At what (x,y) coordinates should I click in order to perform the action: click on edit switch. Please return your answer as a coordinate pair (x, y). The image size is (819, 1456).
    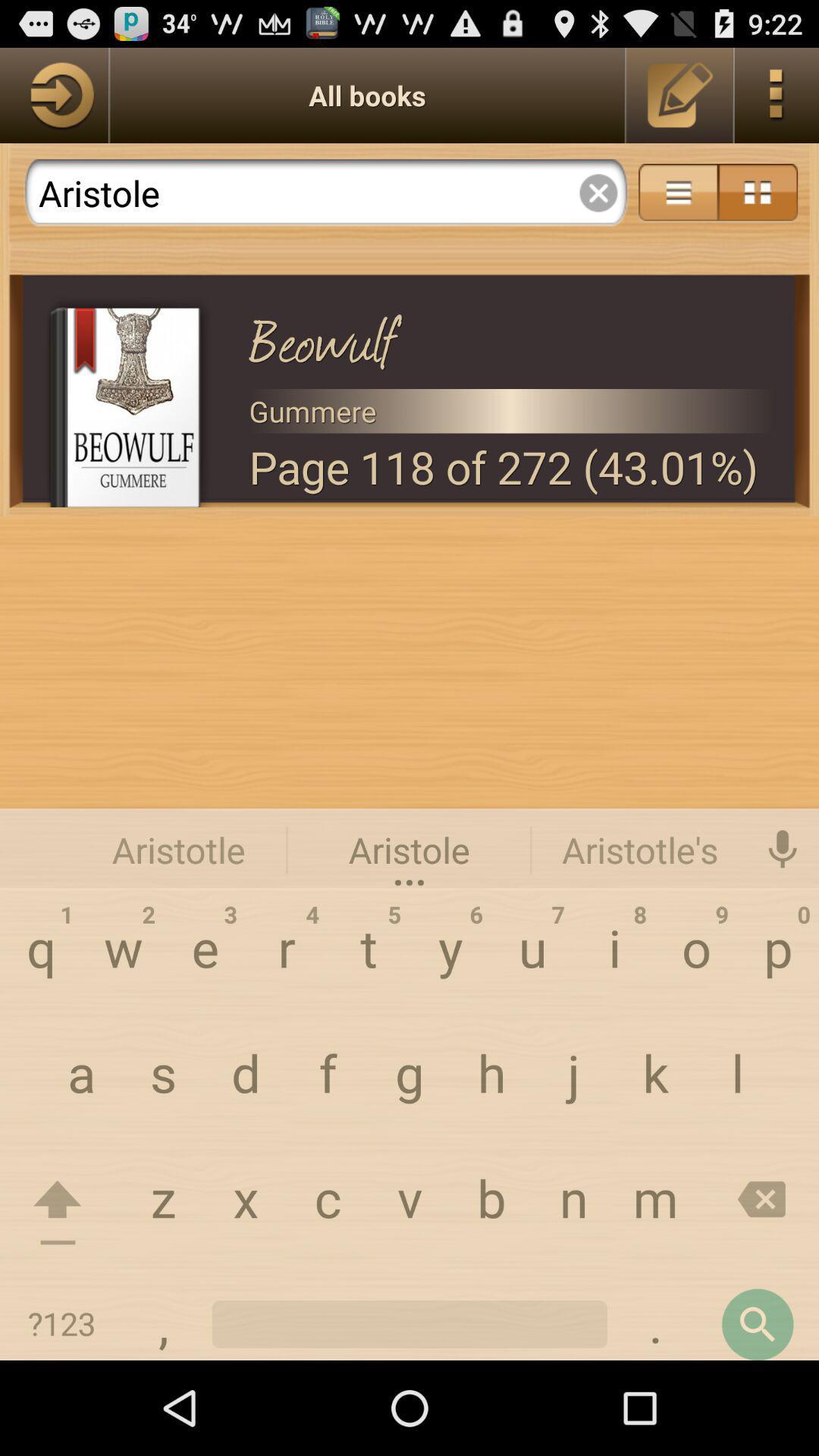
    Looking at the image, I should click on (679, 94).